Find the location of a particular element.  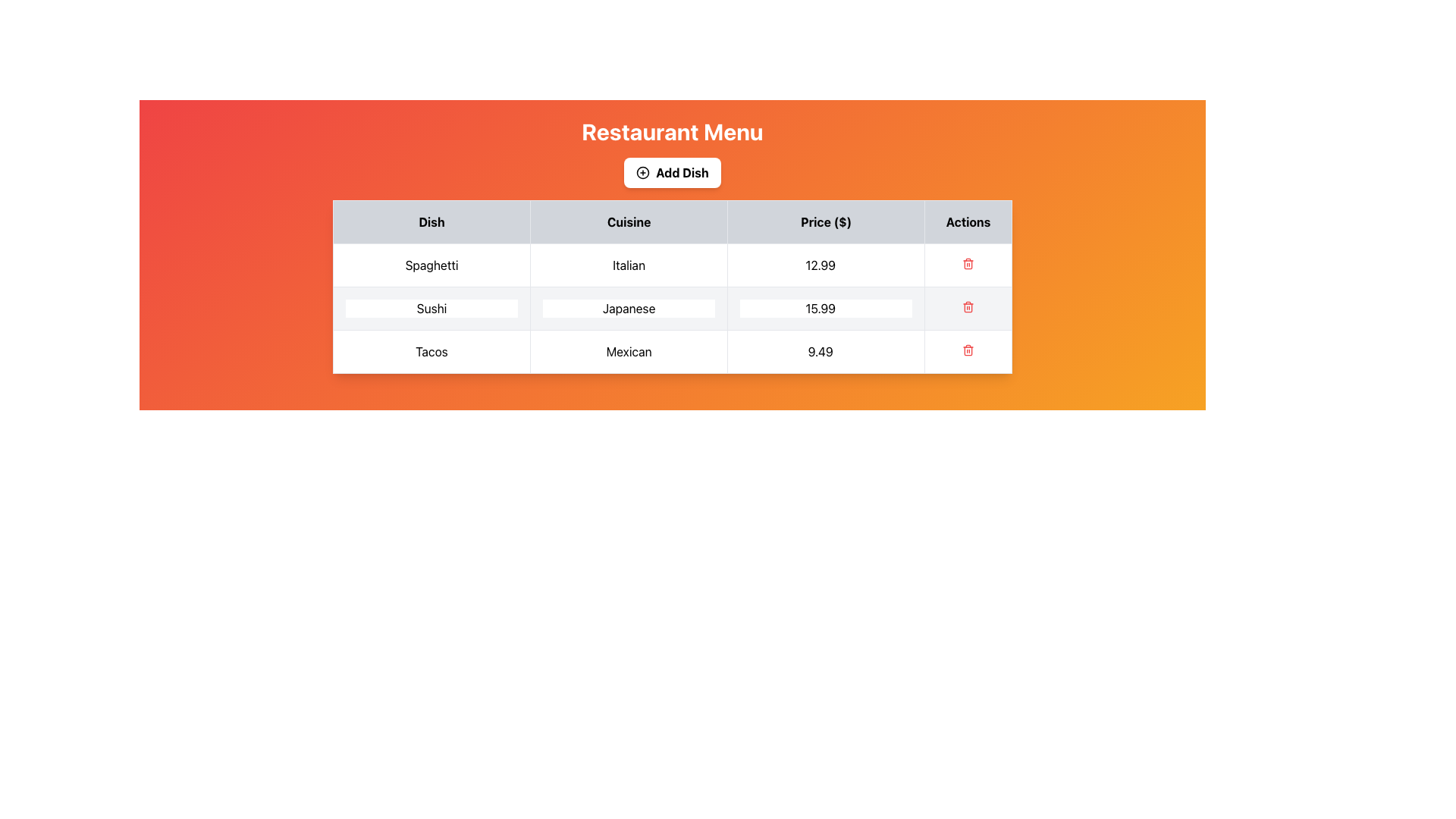

the delete button for the 'Sushi' entry located in the fourth column of the second row of the table is located at coordinates (968, 308).